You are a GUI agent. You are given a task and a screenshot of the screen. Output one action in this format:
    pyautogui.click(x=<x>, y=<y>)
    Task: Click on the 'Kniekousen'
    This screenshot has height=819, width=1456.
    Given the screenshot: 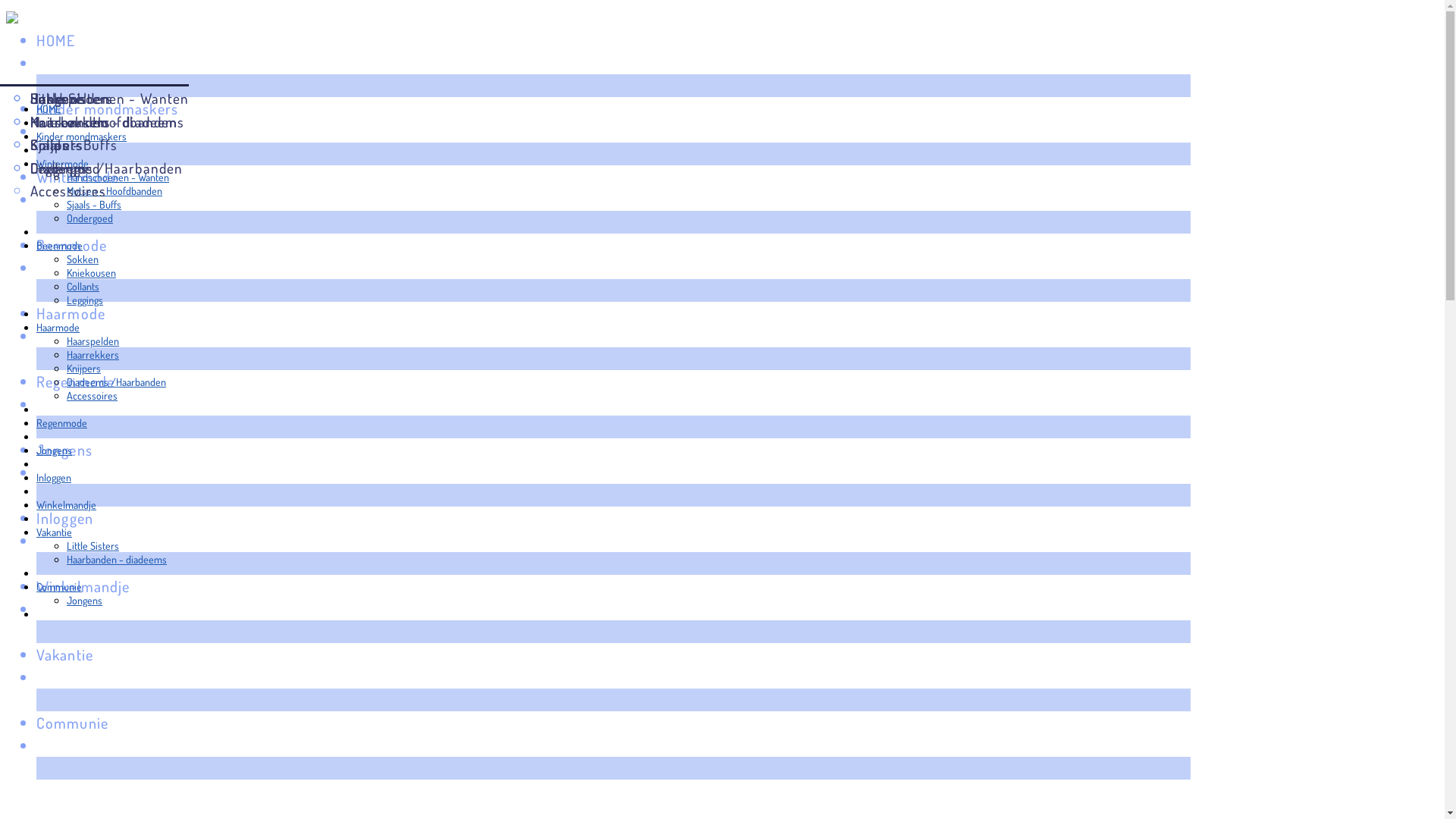 What is the action you would take?
    pyautogui.click(x=90, y=271)
    